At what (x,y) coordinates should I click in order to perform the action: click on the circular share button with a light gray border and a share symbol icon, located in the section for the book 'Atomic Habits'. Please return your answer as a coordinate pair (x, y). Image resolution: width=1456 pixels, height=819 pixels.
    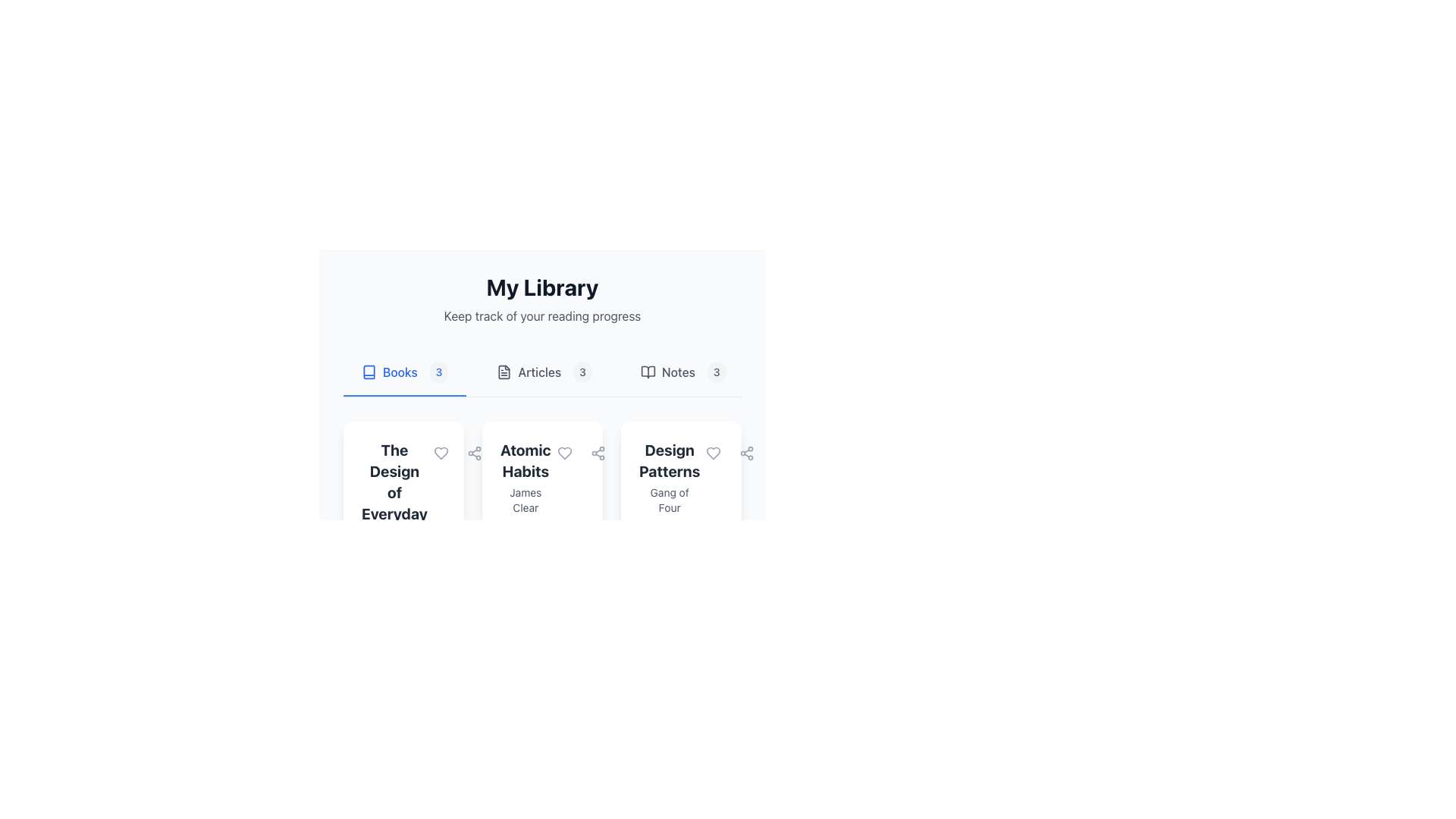
    Looking at the image, I should click on (597, 452).